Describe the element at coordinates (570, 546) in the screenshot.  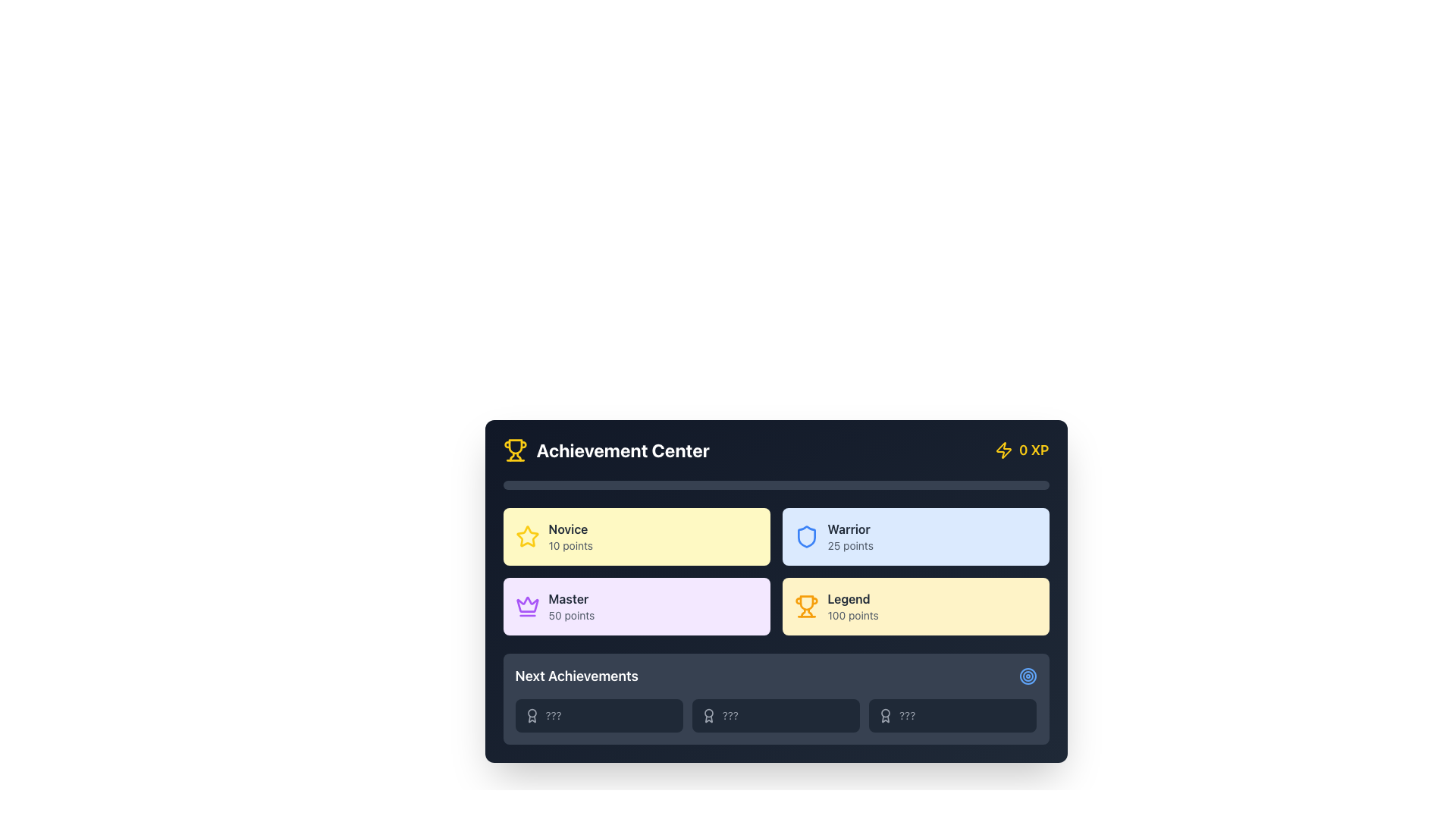
I see `the text label displaying '10 points', which is located below the 'Novice' label in the yellow-highlighted achievement box` at that location.